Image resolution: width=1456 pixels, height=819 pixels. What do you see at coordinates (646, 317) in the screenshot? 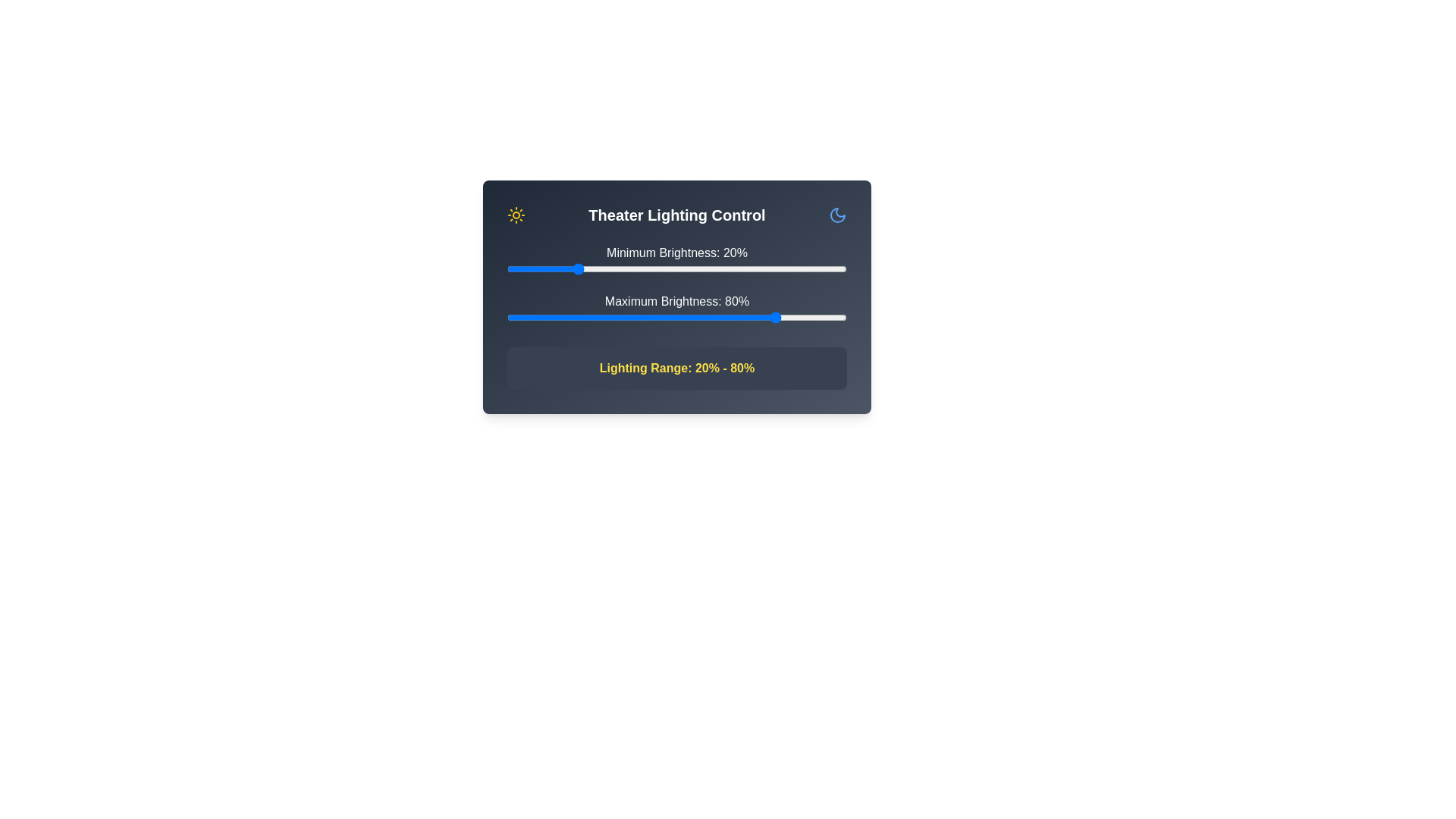
I see `the maximum brightness slider to 41%` at bounding box center [646, 317].